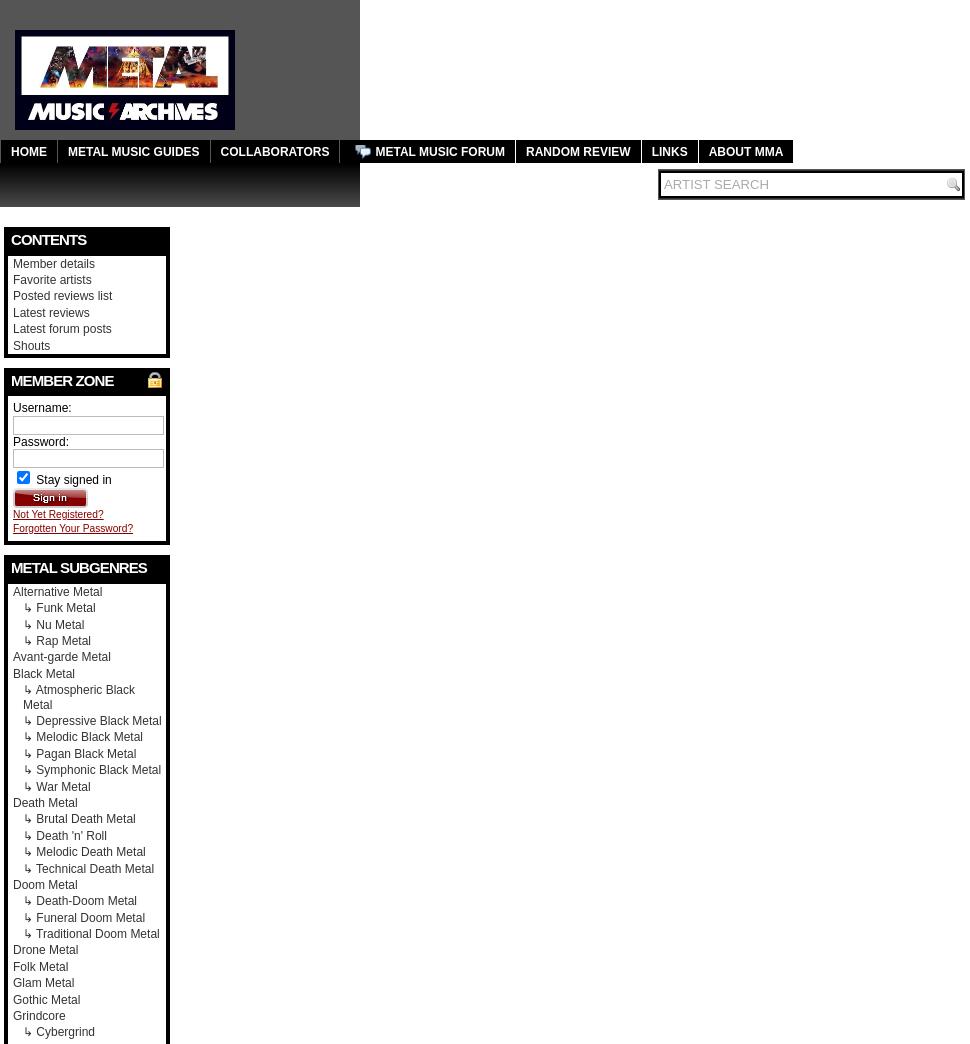 Image resolution: width=970 pixels, height=1044 pixels. I want to click on '↳ Atmospheric Black Metal', so click(77, 695).